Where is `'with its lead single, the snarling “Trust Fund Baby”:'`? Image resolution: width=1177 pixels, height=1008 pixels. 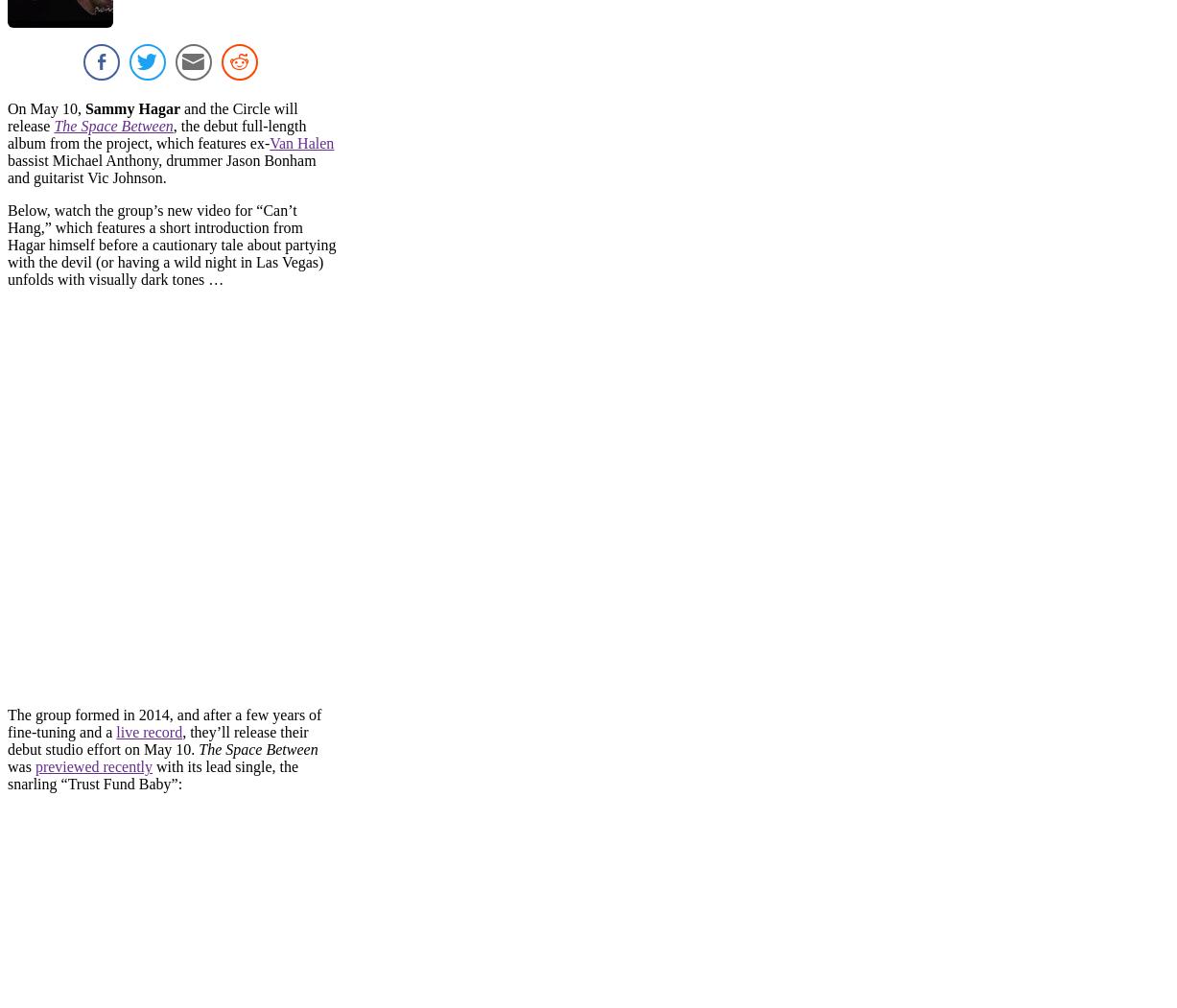
'with its lead single, the snarling “Trust Fund Baby”:' is located at coordinates (152, 774).